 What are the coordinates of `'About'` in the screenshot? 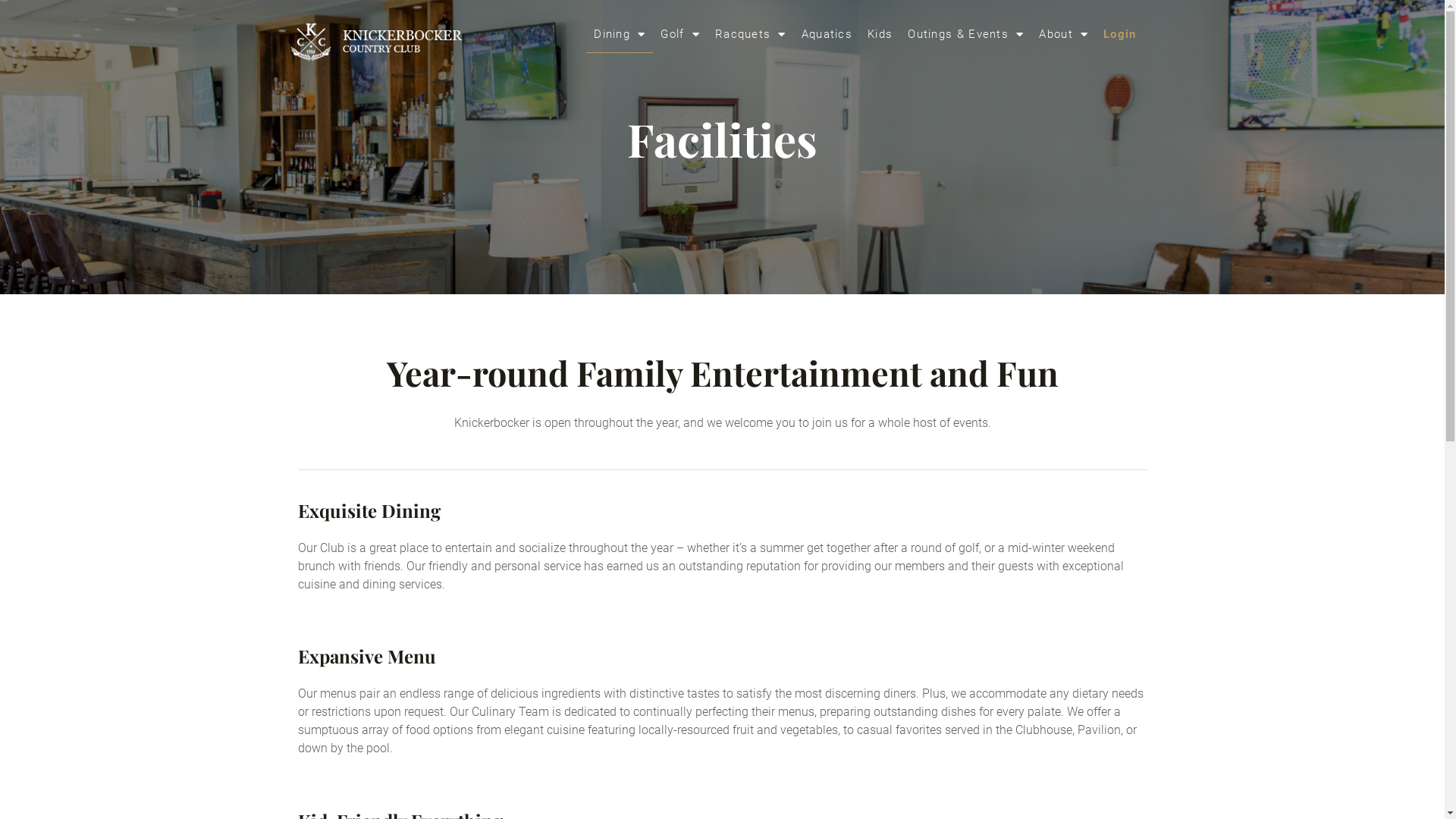 It's located at (1031, 34).